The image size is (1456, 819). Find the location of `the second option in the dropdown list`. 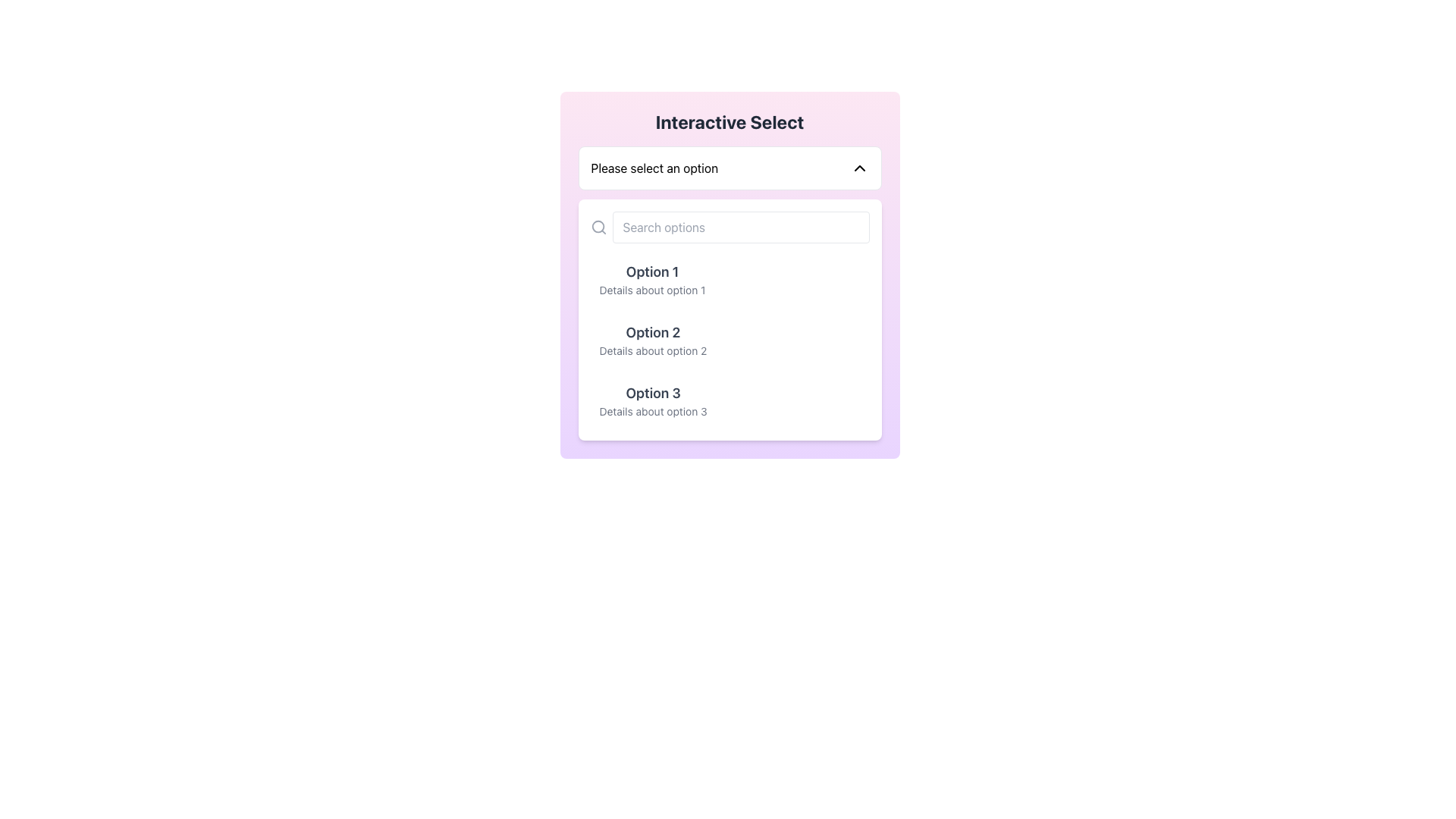

the second option in the dropdown list is located at coordinates (730, 339).